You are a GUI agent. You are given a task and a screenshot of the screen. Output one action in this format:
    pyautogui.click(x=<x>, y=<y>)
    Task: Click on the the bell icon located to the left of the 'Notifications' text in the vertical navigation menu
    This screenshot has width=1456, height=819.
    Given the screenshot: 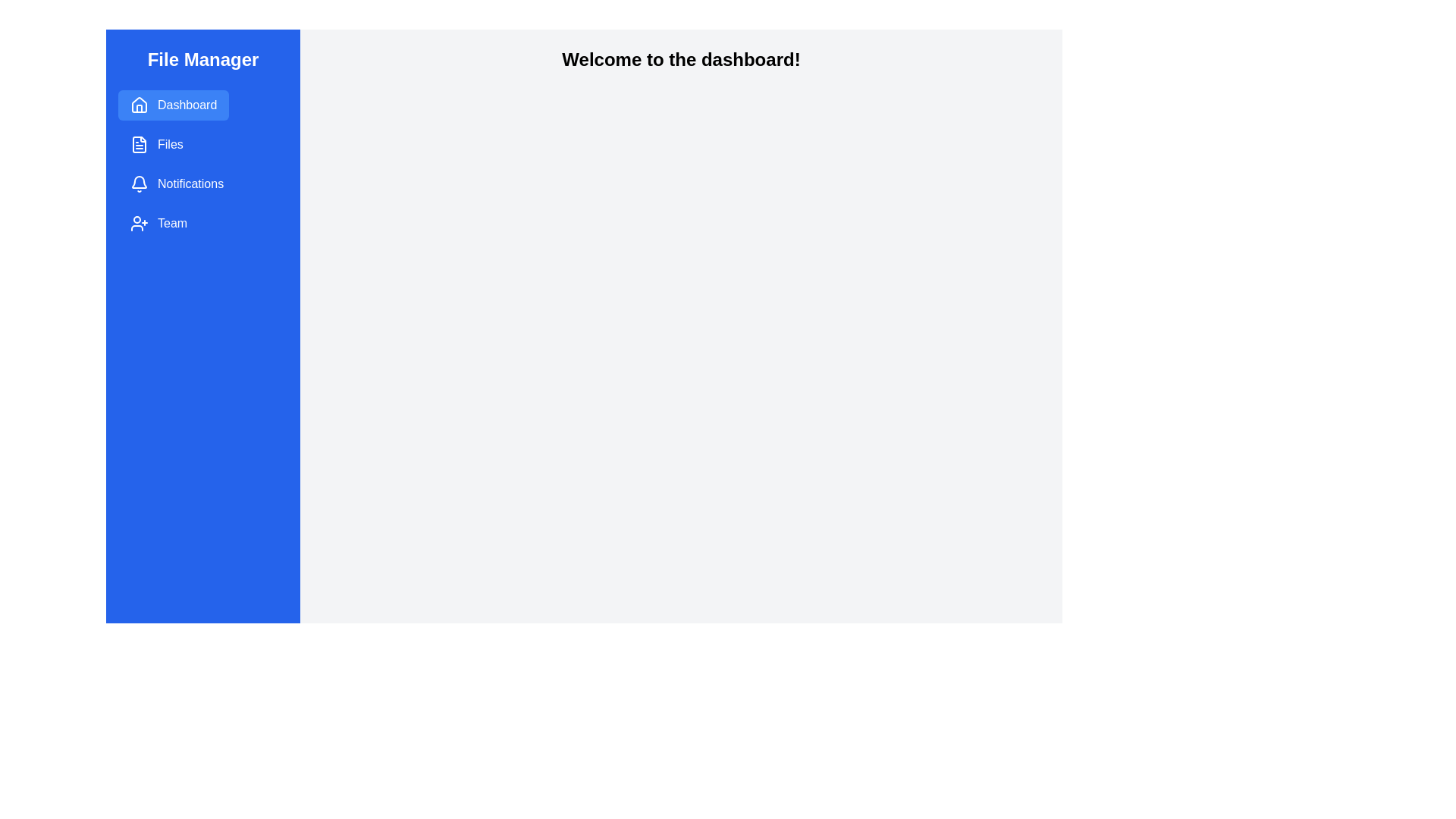 What is the action you would take?
    pyautogui.click(x=139, y=184)
    